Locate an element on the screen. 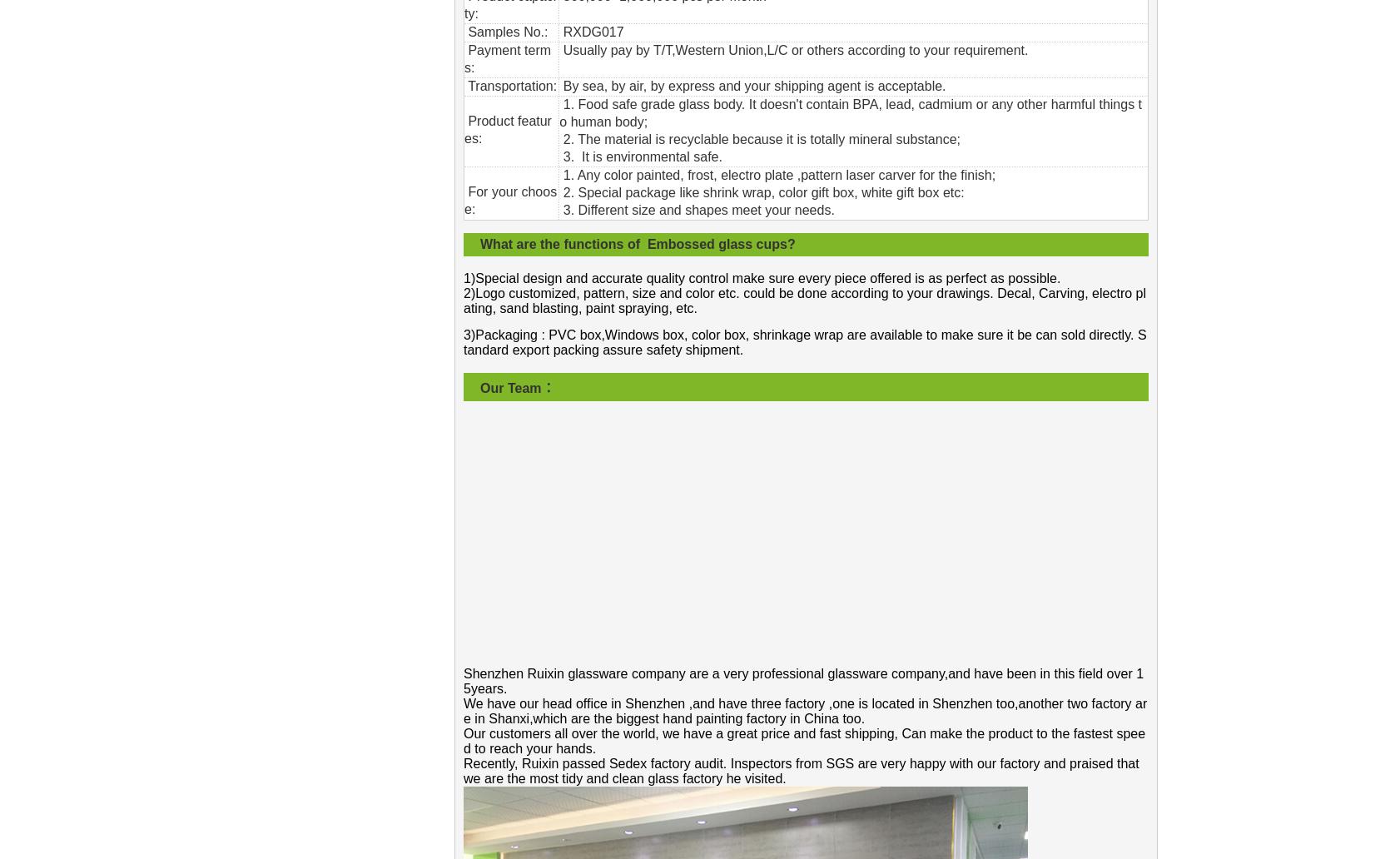  '2. Special package like shrink wrap, color gift box, white gift box etc:' is located at coordinates (761, 191).